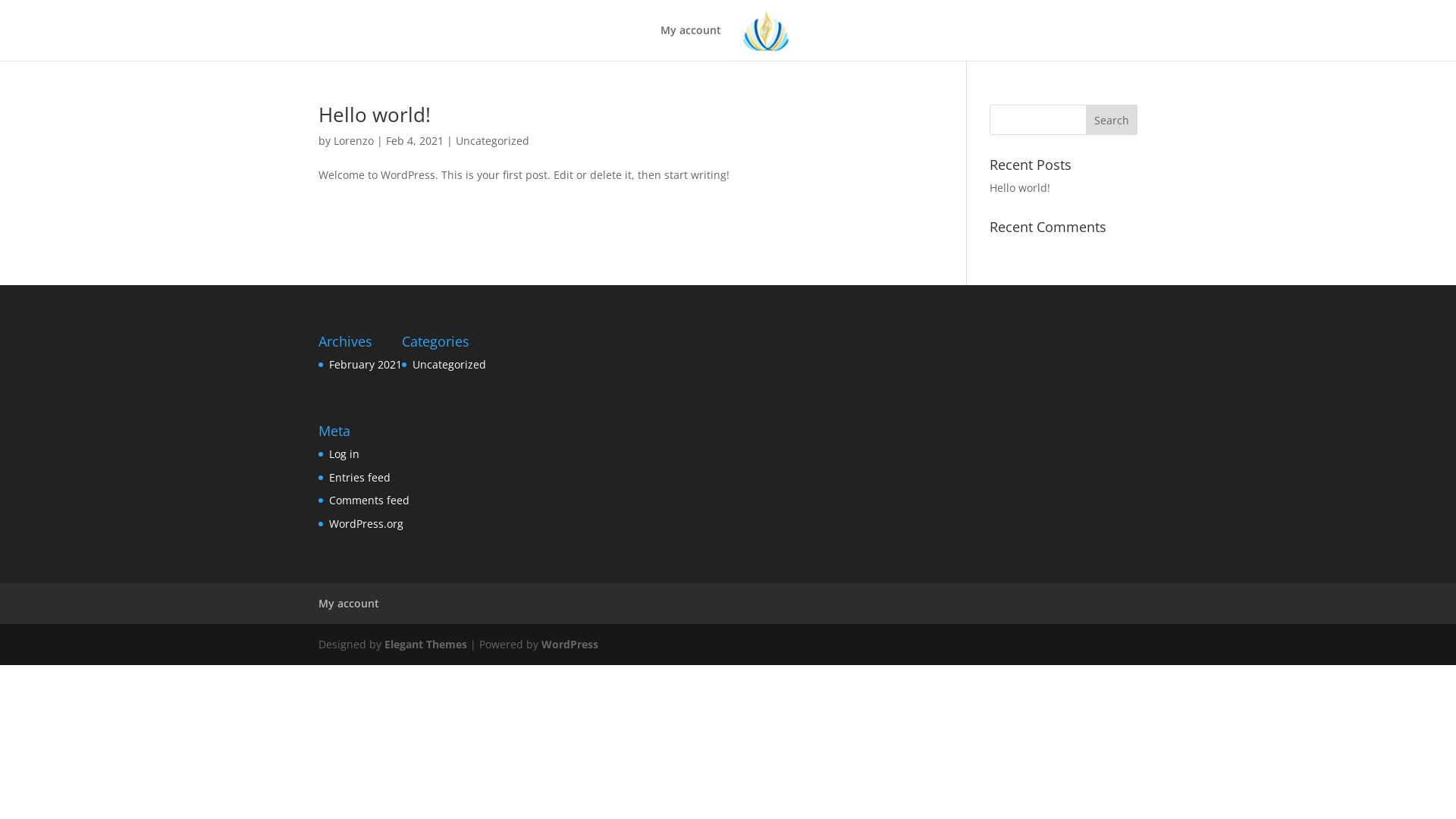 The width and height of the screenshot is (1456, 819). Describe the element at coordinates (353, 140) in the screenshot. I see `'Lorenzo'` at that location.